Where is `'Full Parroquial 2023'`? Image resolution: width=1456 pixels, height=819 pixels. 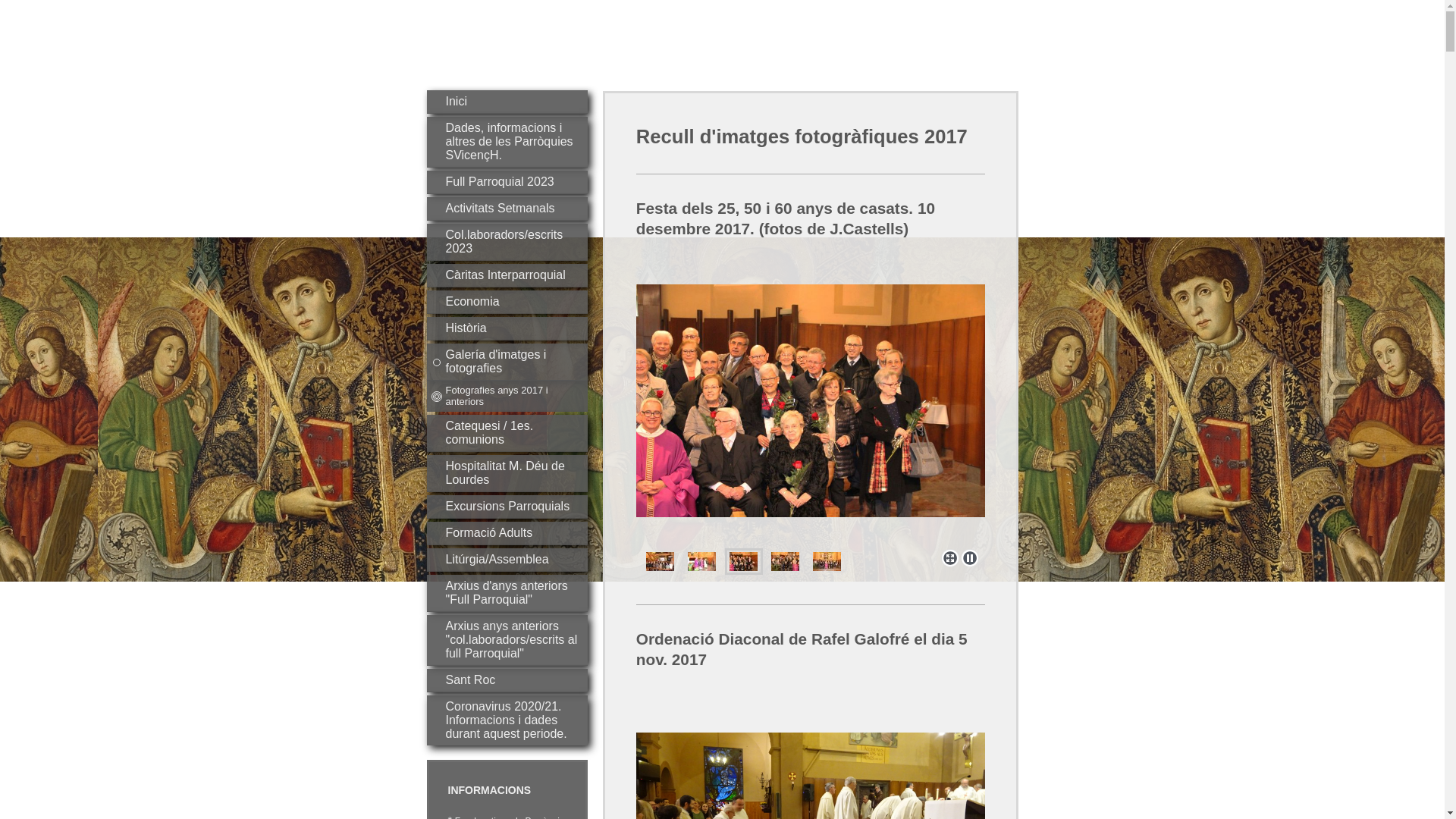 'Full Parroquial 2023' is located at coordinates (506, 181).